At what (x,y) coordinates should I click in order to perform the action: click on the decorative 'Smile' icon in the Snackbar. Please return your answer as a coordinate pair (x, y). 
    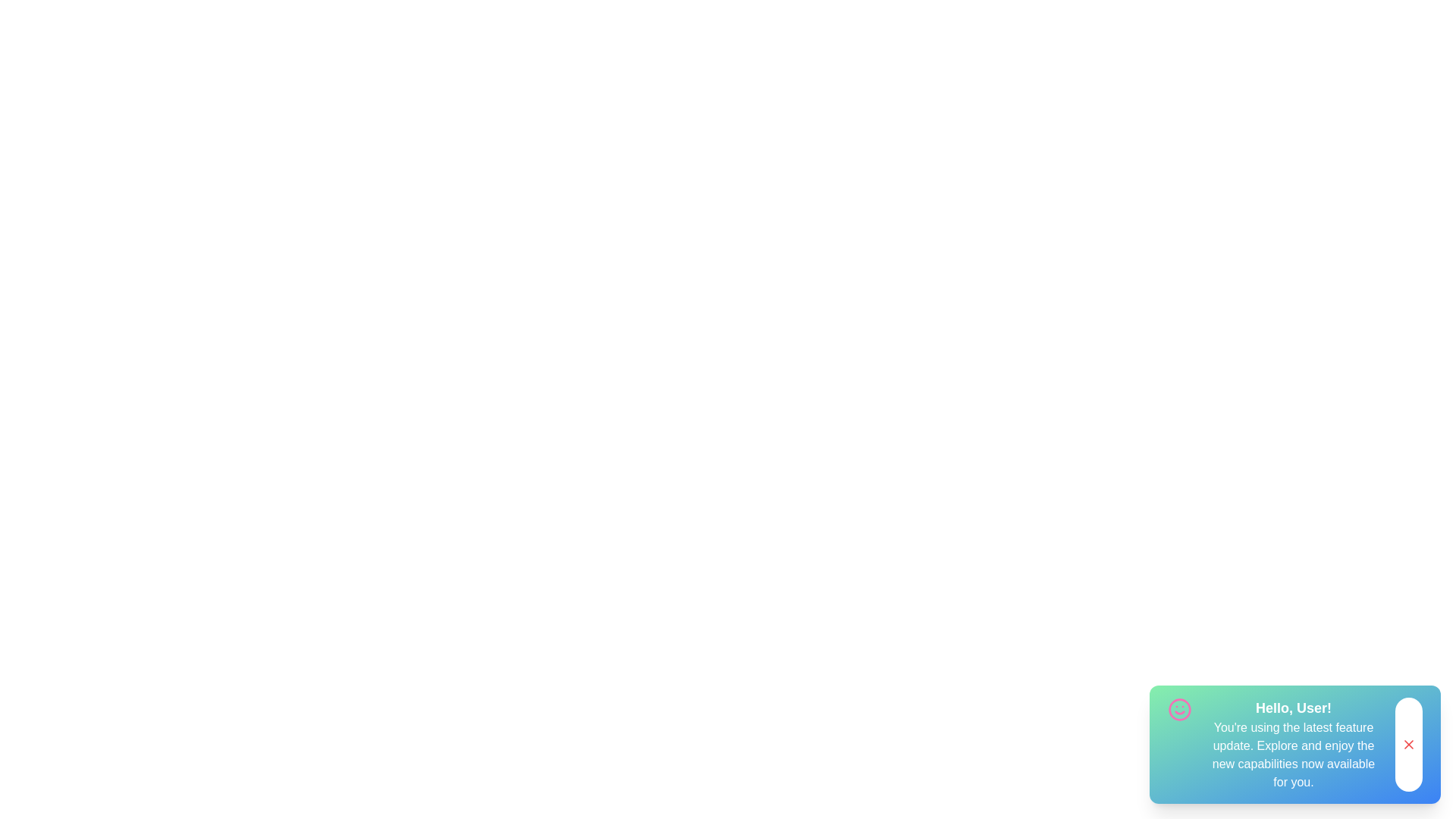
    Looking at the image, I should click on (1178, 710).